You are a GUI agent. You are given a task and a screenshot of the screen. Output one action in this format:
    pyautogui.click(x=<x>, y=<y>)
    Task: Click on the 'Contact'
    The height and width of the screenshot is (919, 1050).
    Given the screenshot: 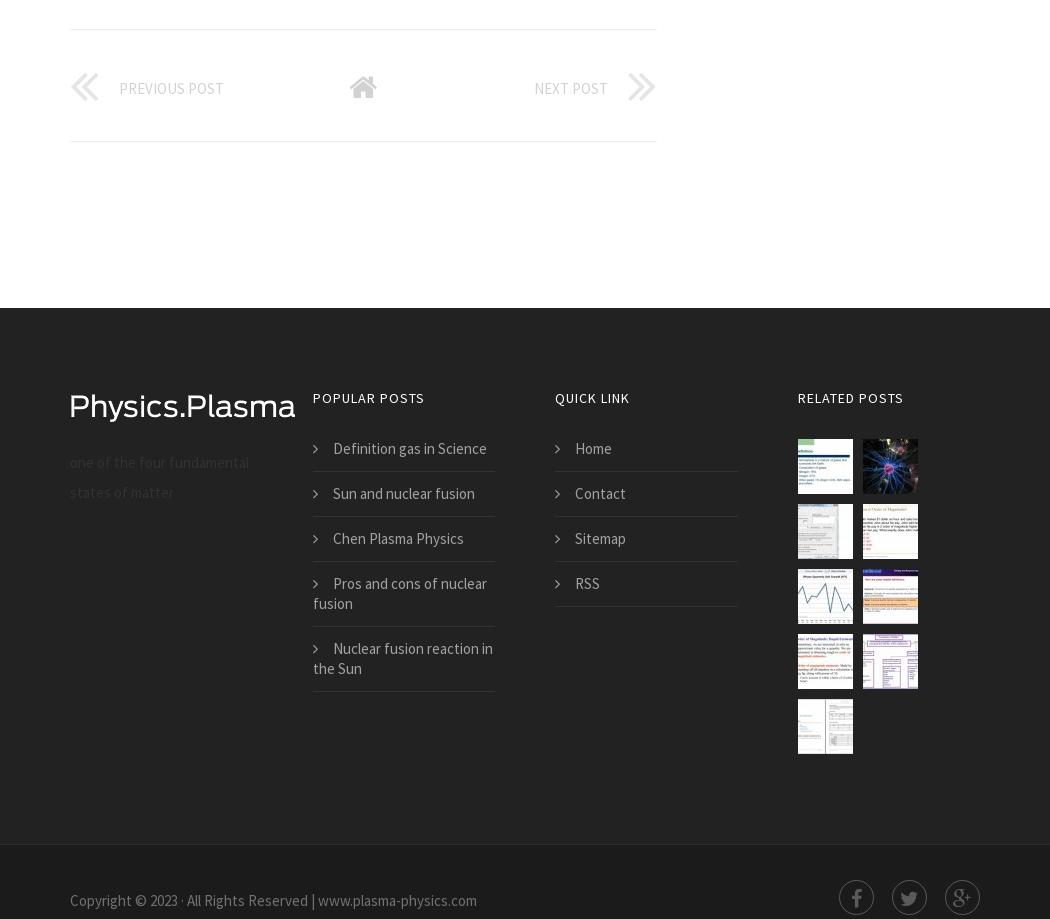 What is the action you would take?
    pyautogui.click(x=600, y=492)
    